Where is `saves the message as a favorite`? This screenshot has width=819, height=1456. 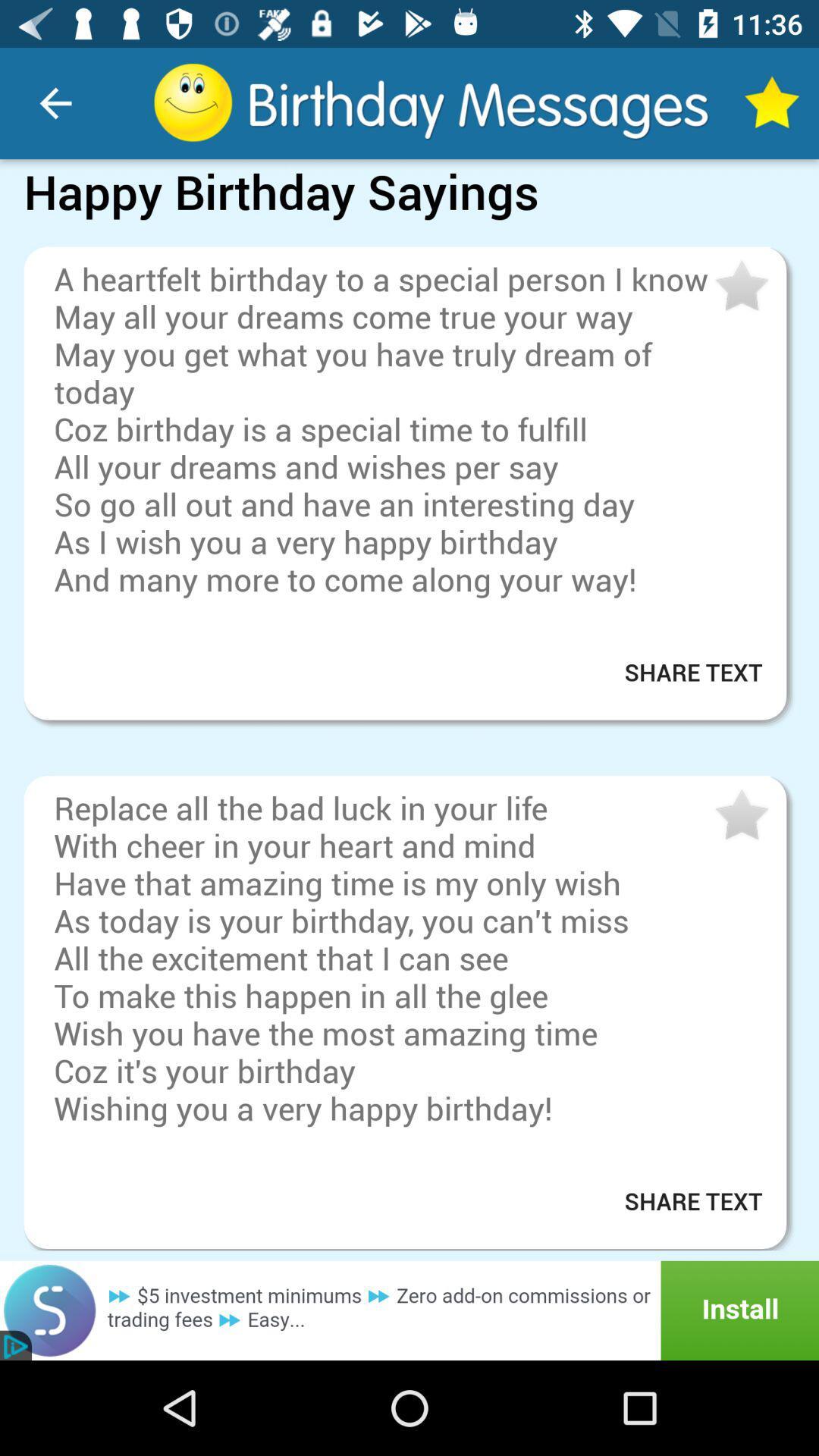 saves the message as a favorite is located at coordinates (739, 287).